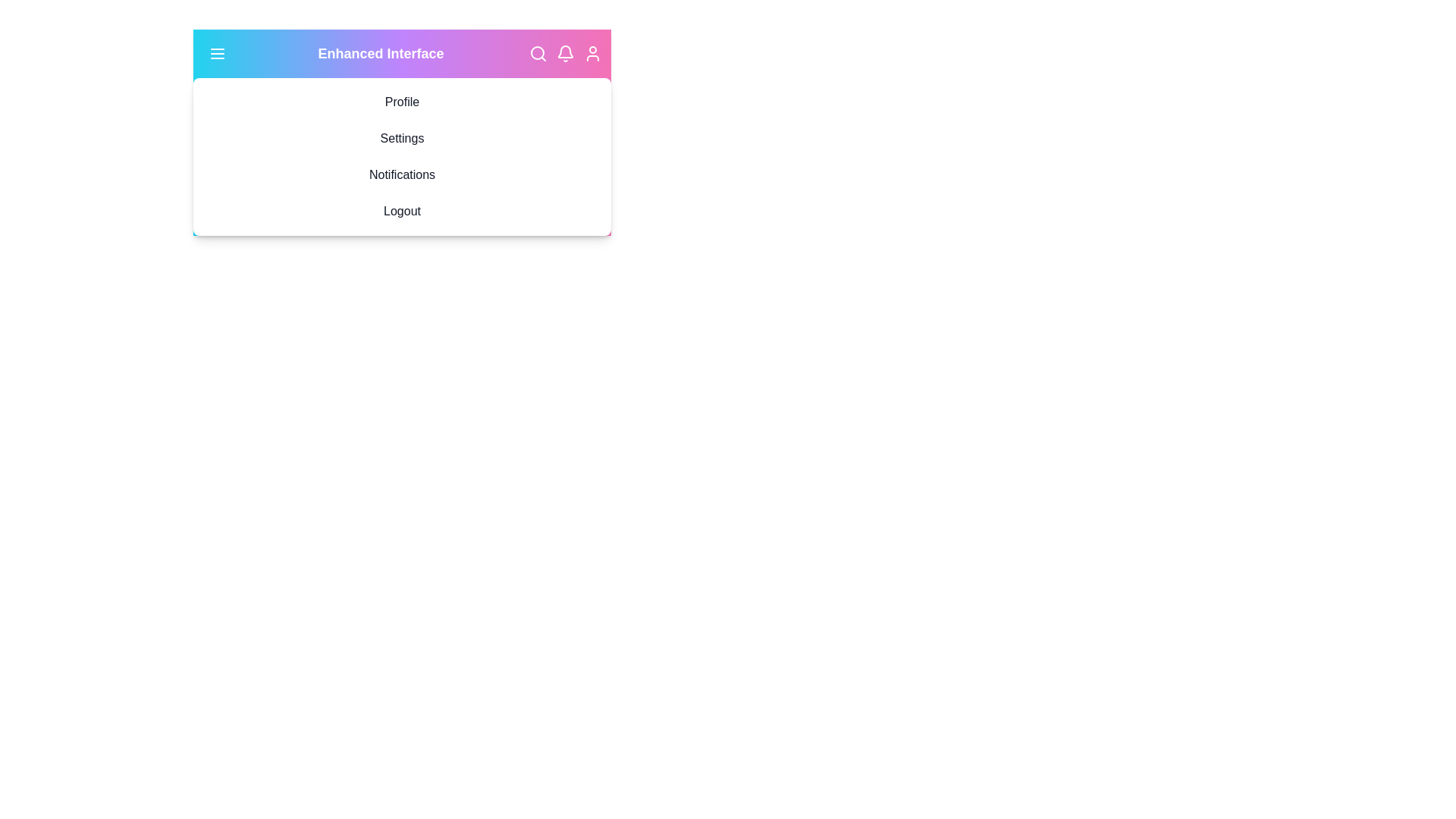  I want to click on the header text labeled 'Enhanced Interface' to focus the element, so click(381, 52).